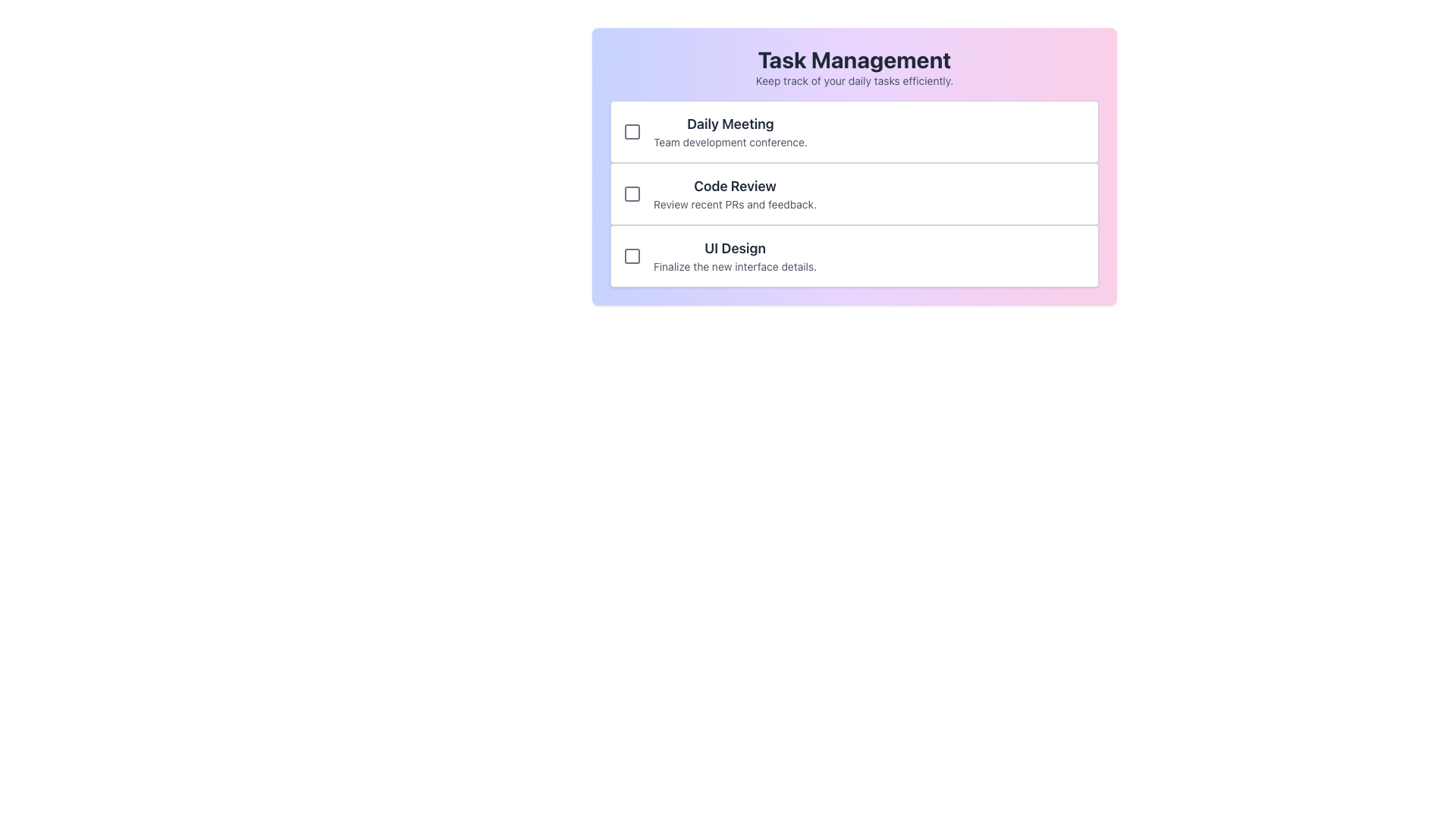  Describe the element at coordinates (632, 256) in the screenshot. I see `the checkbox located to the left of the 'UI Design' text in the lower section of the 'Task Management' panel by clicking it` at that location.